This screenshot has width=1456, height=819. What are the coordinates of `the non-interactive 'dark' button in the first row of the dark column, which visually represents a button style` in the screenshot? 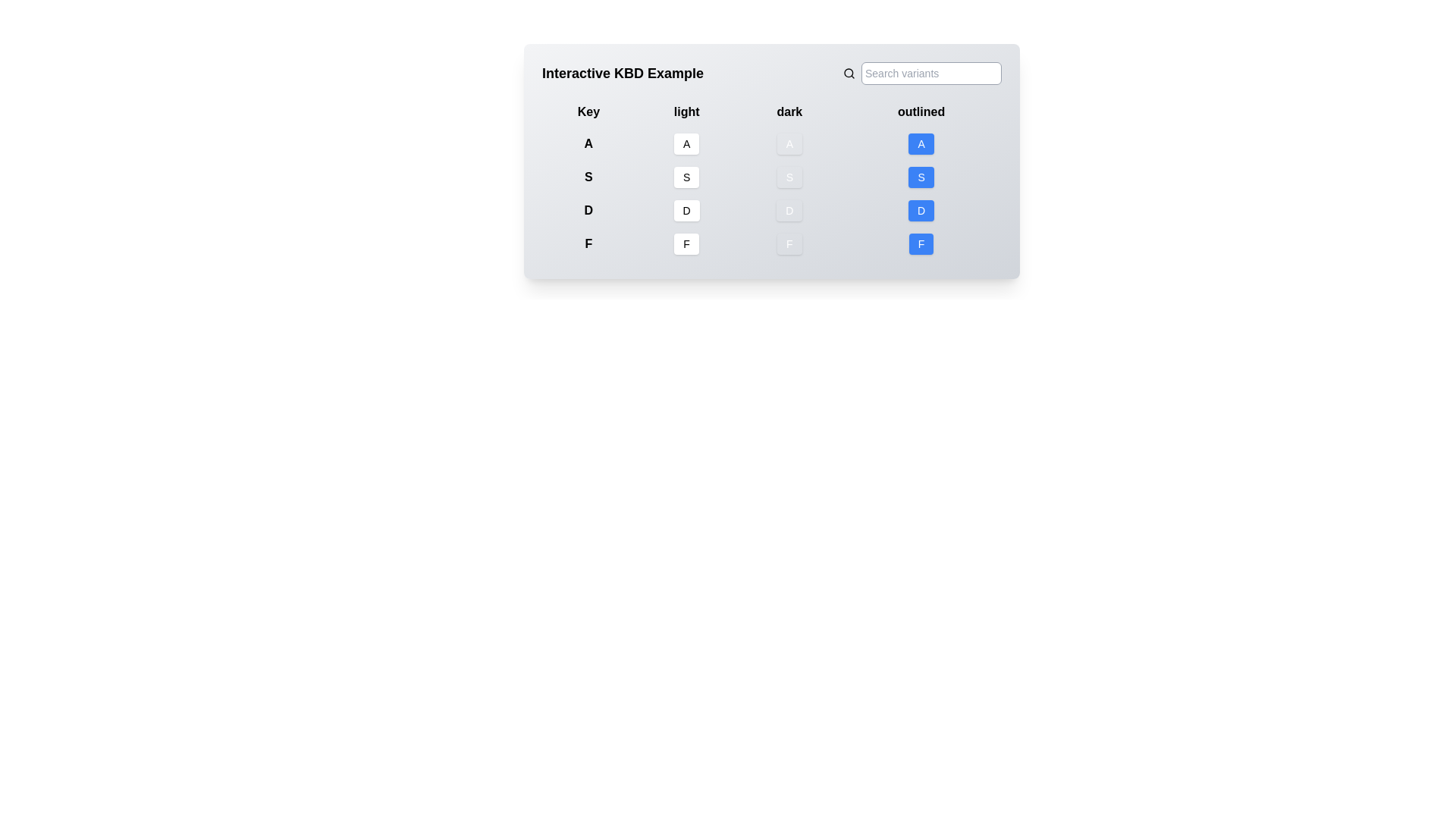 It's located at (789, 143).